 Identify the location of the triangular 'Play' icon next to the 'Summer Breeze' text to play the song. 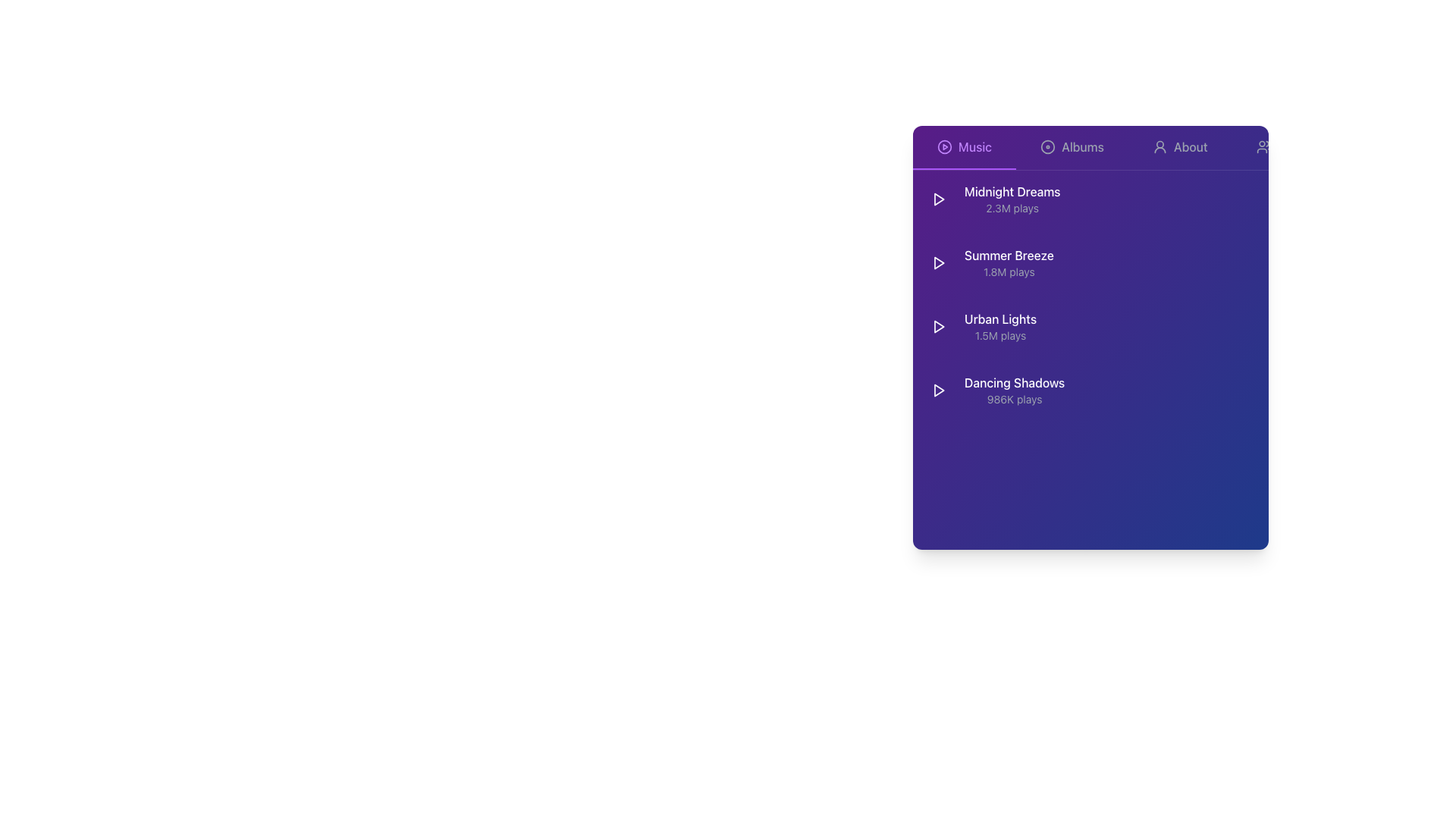
(938, 262).